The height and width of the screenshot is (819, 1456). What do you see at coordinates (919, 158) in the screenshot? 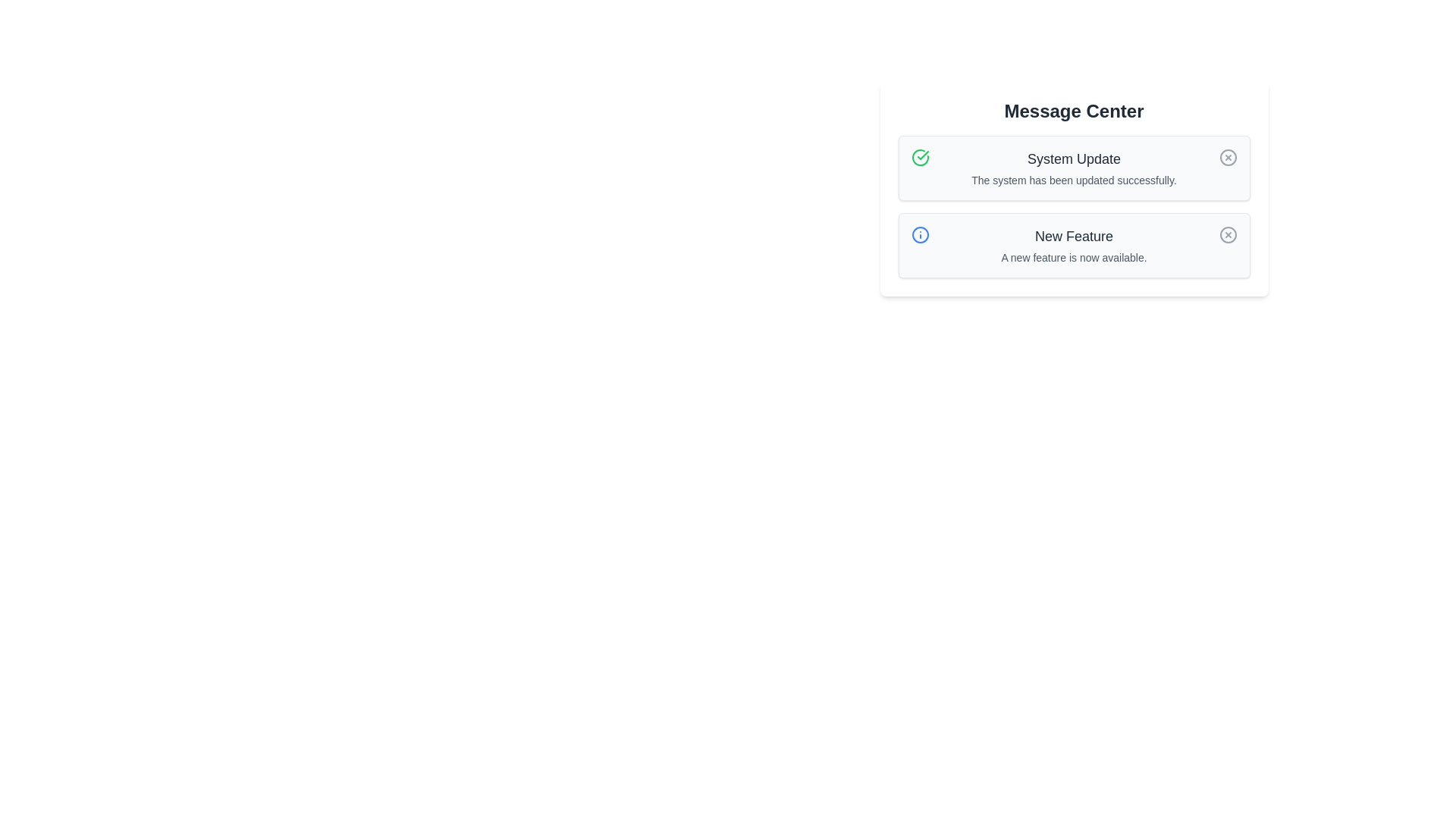
I see `the icon that signifies the successful completion of the system update, which is positioned to the left of the 'System Update' text in the notification box` at bounding box center [919, 158].